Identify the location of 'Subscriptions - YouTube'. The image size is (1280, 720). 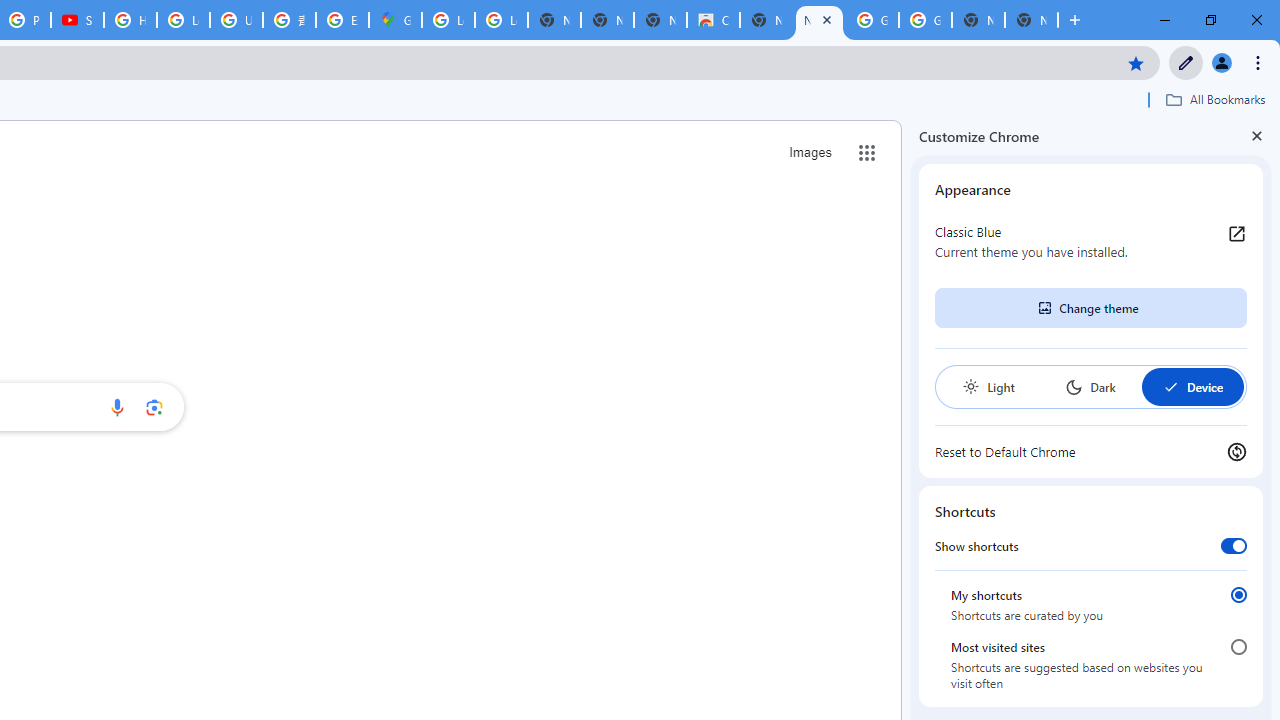
(77, 20).